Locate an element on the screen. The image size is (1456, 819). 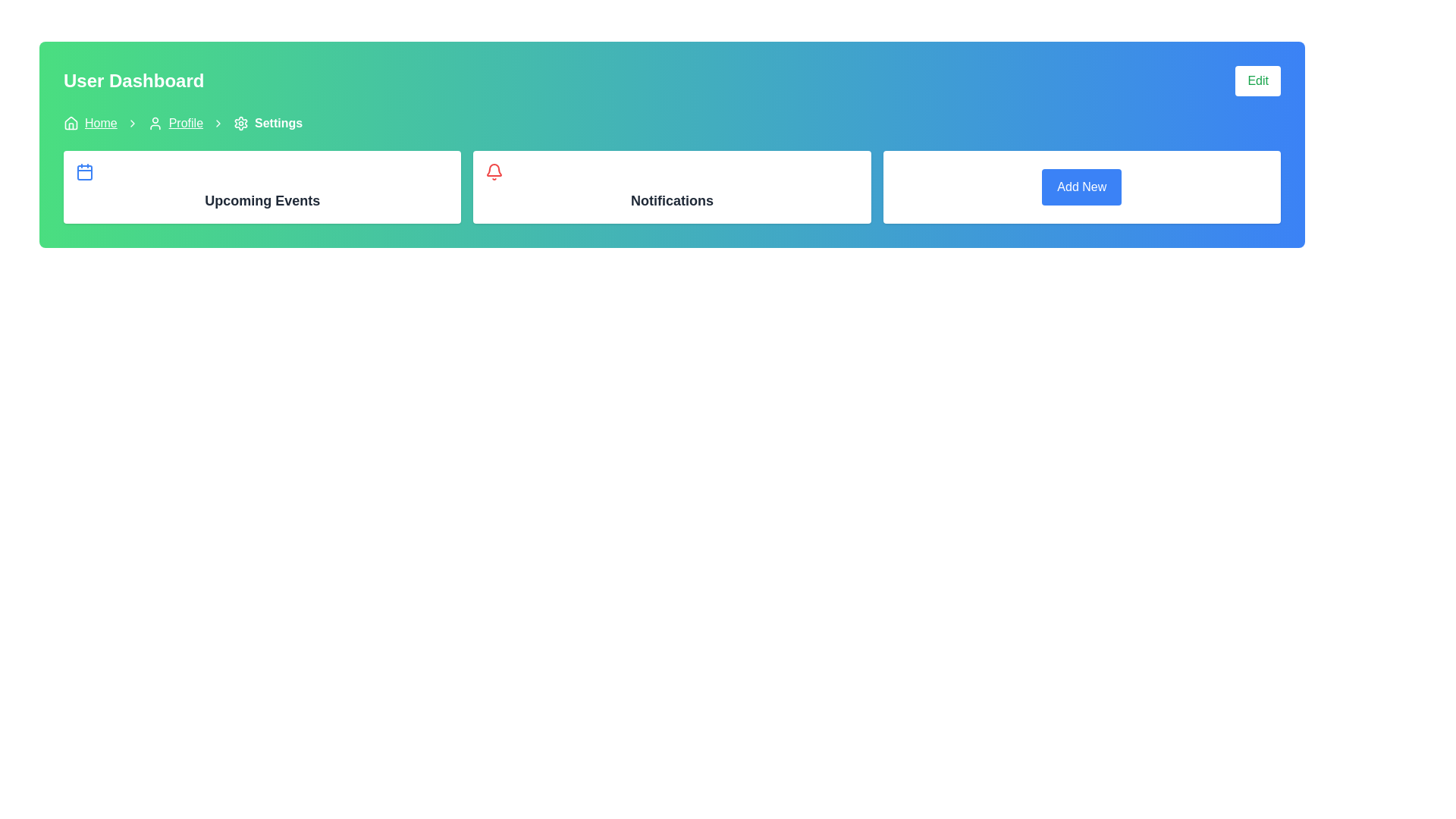
the green gear-shaped icon in the breadcrumb navigation section is located at coordinates (240, 122).